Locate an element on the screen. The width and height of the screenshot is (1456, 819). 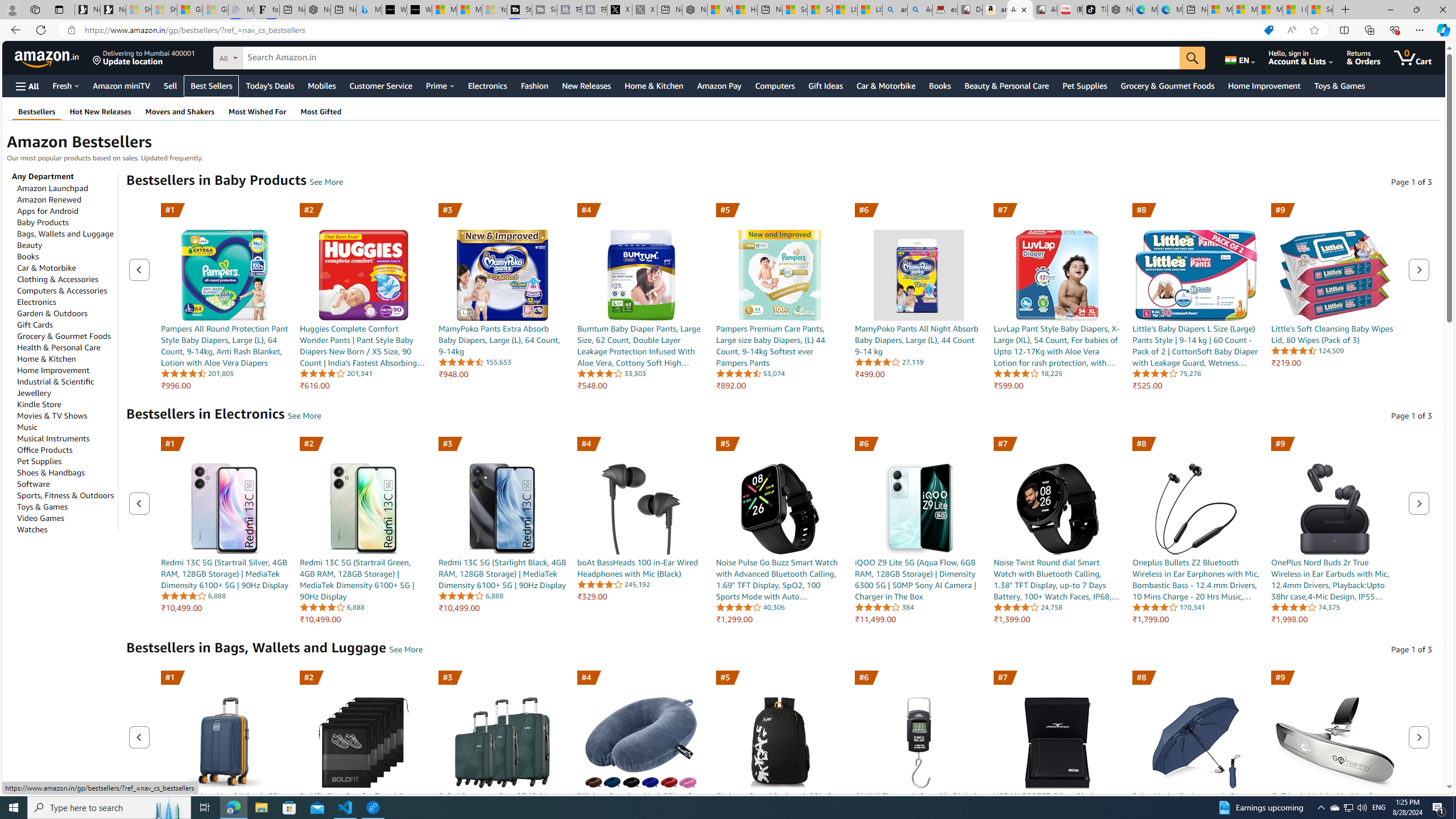
'Wildlife - MSN' is located at coordinates (718, 9).